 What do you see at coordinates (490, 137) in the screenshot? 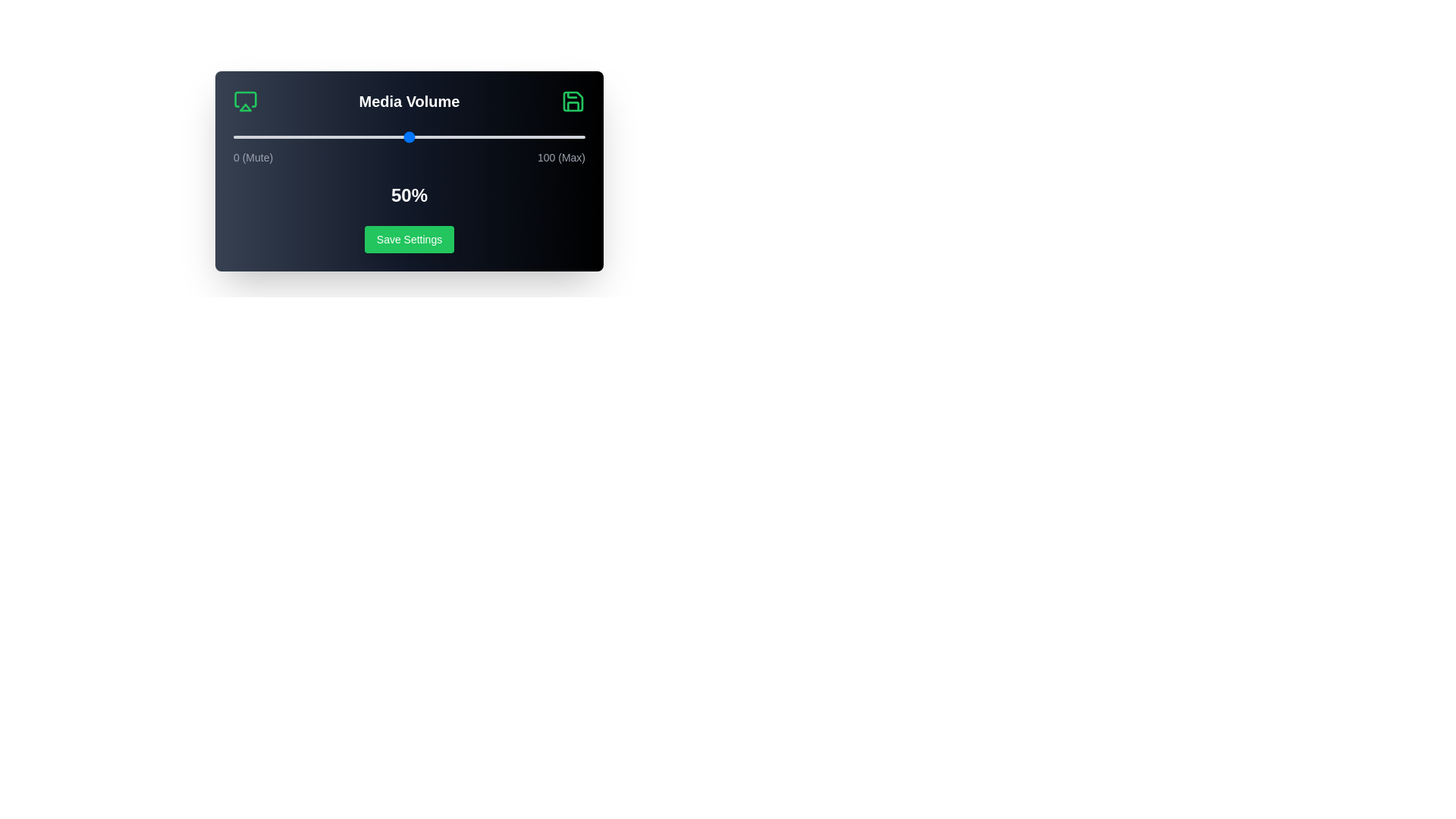
I see `the volume slider to 73%` at bounding box center [490, 137].